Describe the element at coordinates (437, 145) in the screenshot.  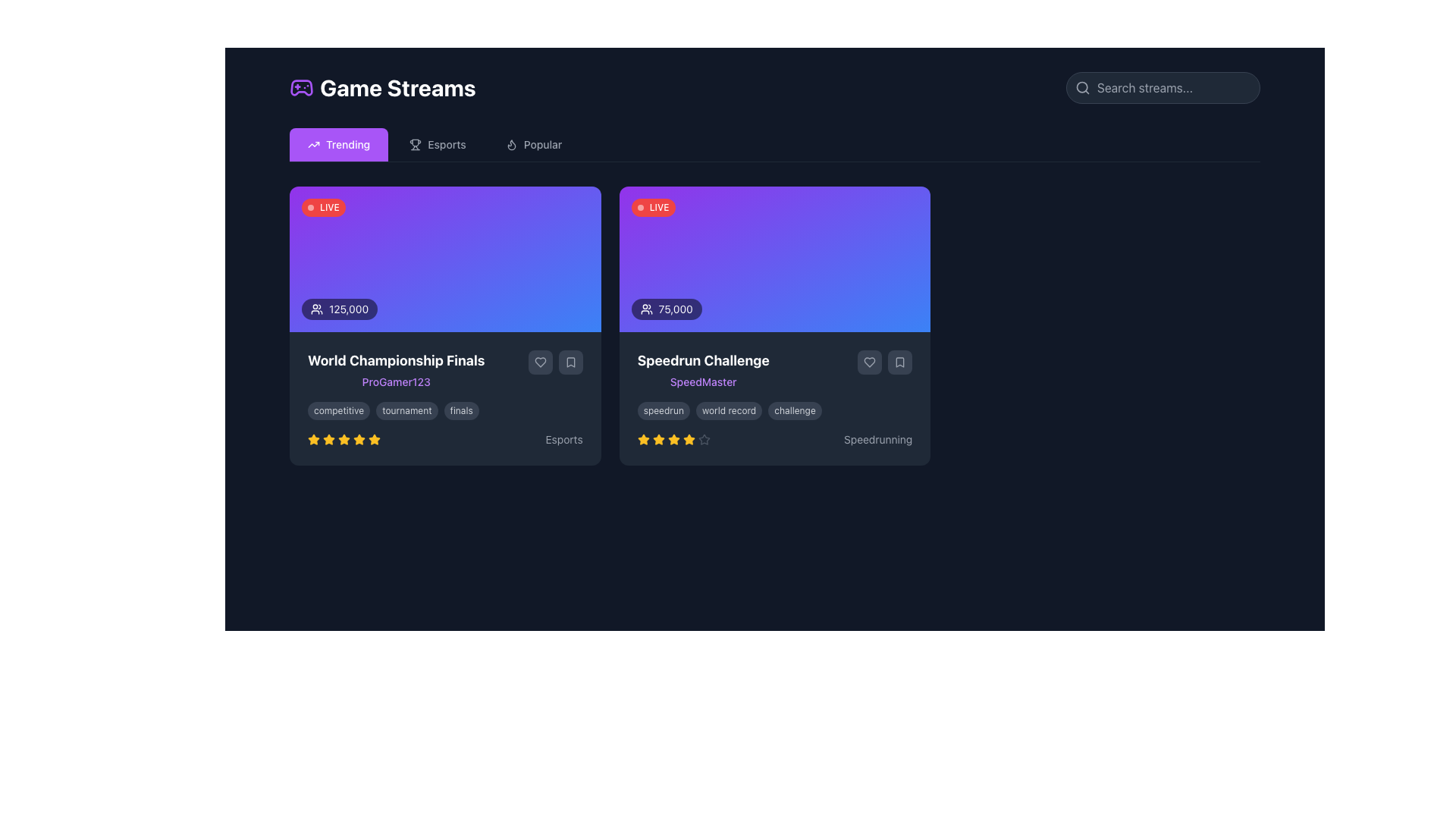
I see `the 'Esports' tab in the navigation bar to change its style` at that location.